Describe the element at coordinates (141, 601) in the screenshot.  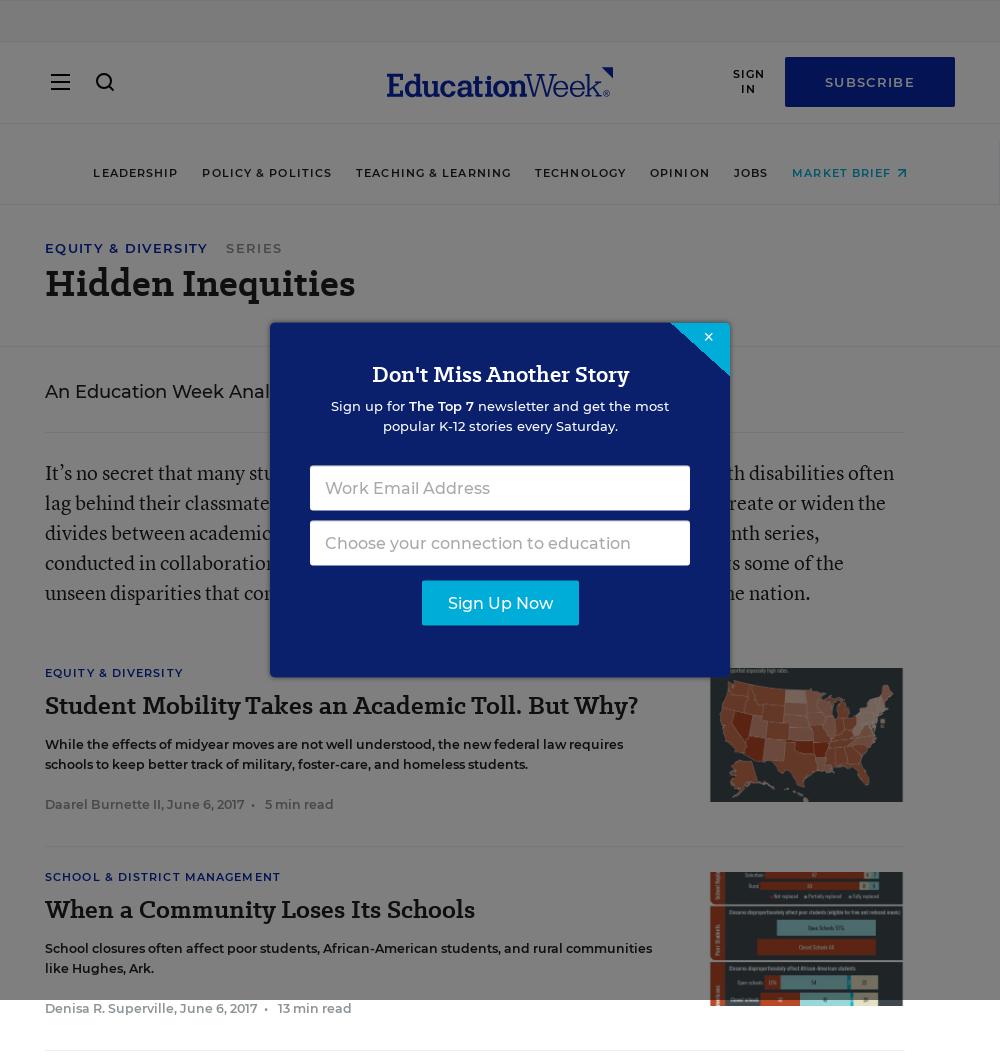
I see `'Group Subscriptions'` at that location.